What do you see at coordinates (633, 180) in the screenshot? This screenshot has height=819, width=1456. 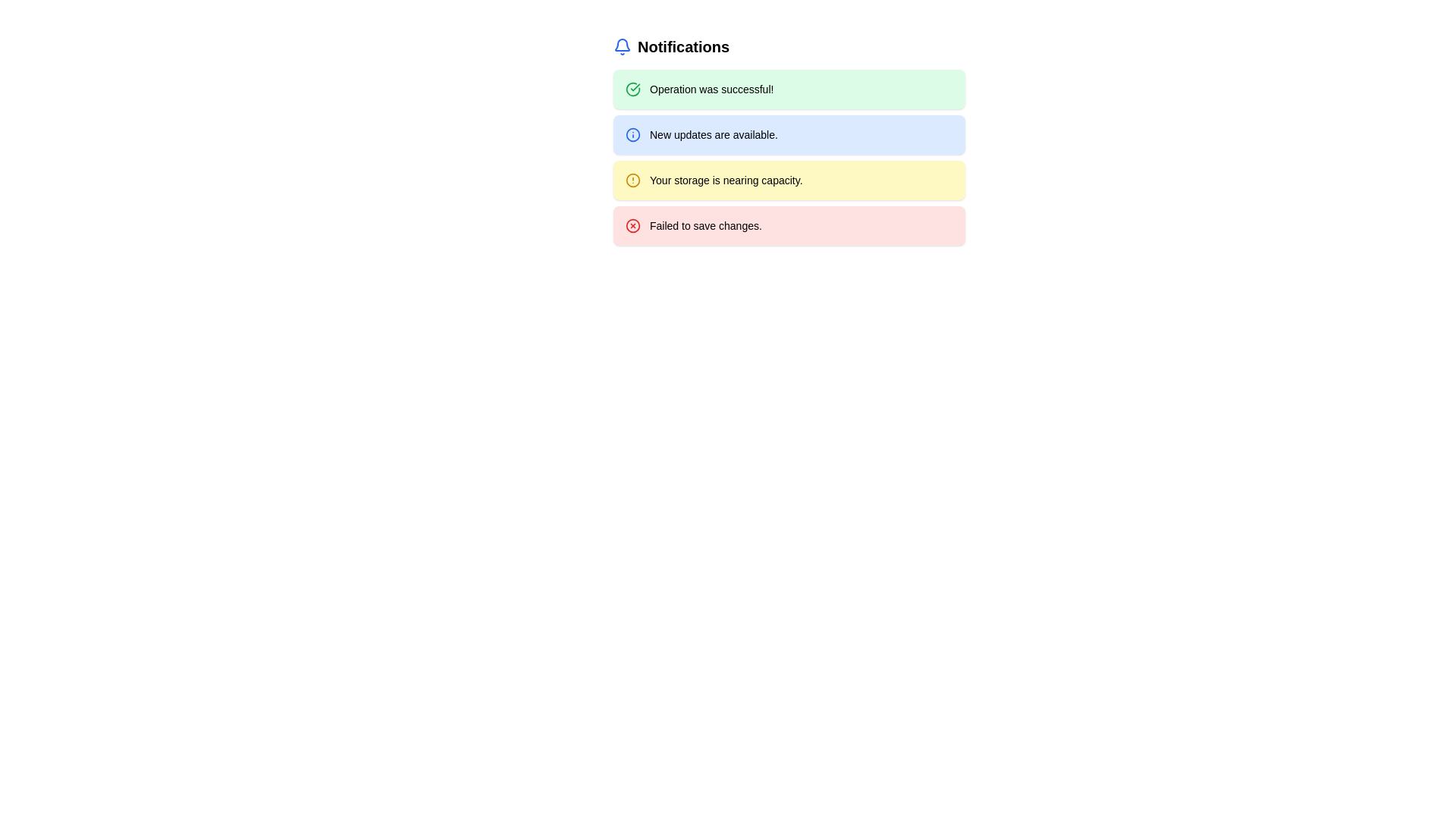 I see `the cautionary circle icon within the yellow rectangle in the notification stating 'Your storage is nearing capacity.'` at bounding box center [633, 180].